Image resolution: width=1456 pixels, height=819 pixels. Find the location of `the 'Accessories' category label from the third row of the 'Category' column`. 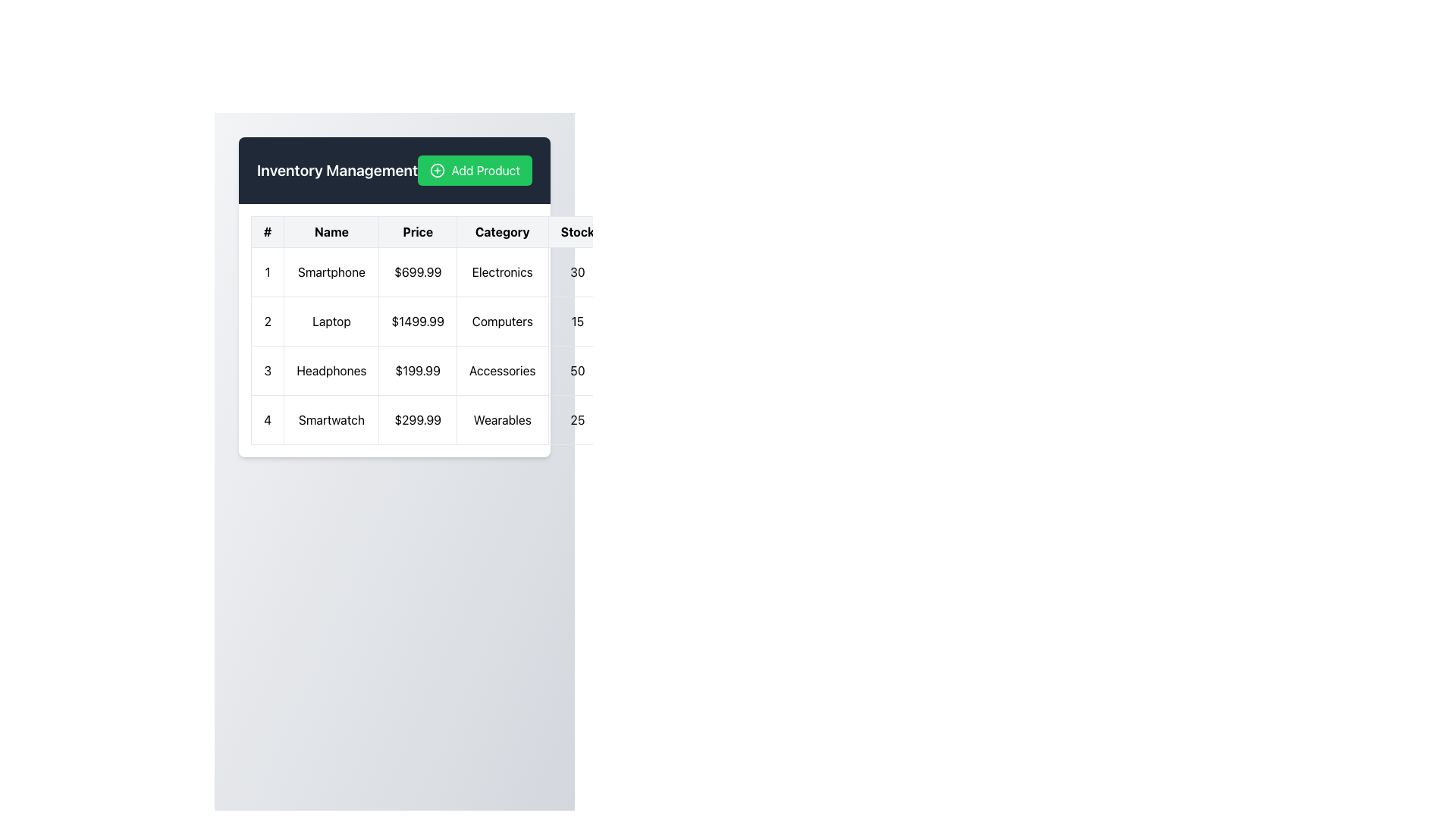

the 'Accessories' category label from the third row of the 'Category' column is located at coordinates (502, 371).